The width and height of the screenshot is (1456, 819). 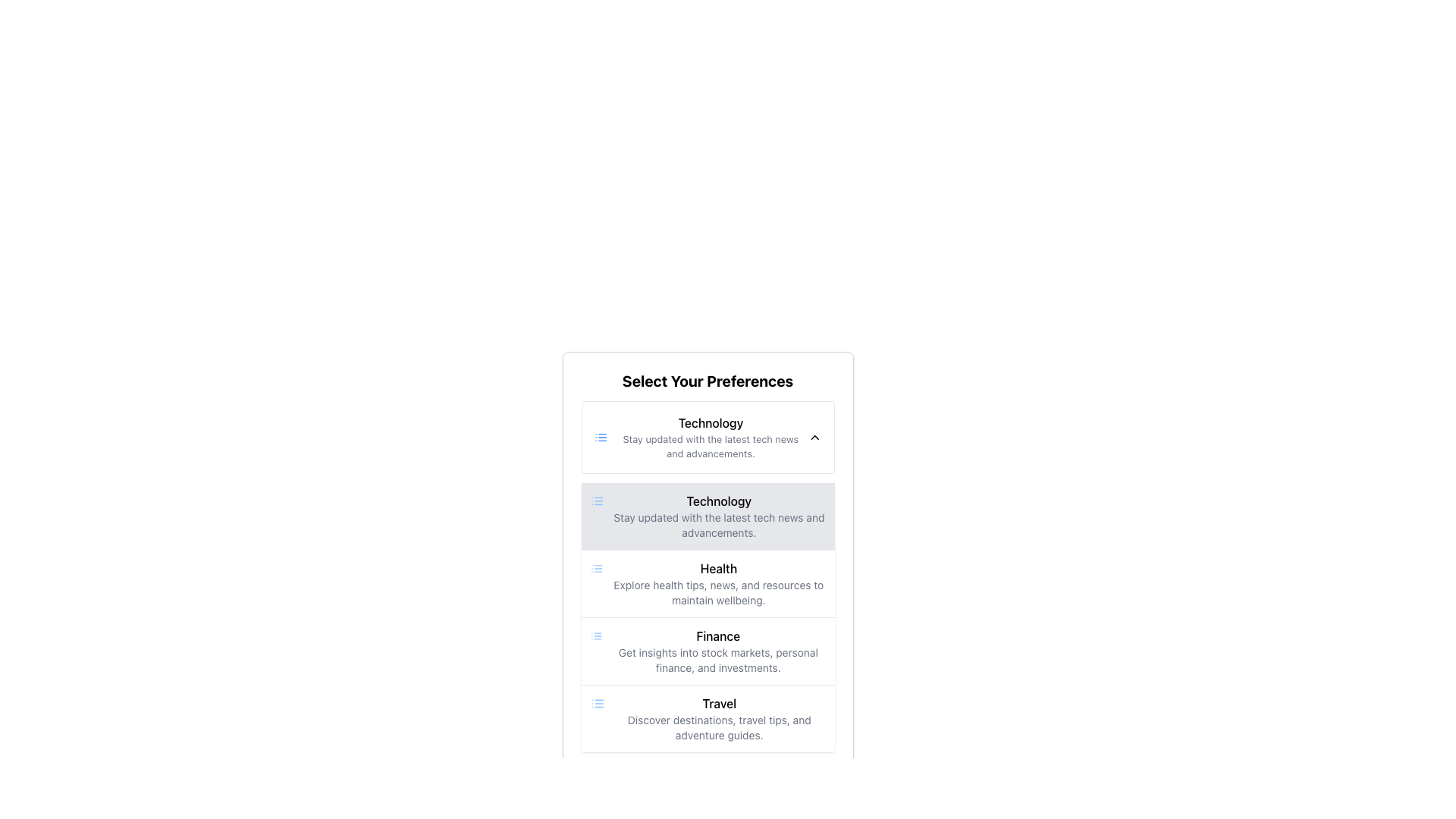 What do you see at coordinates (717, 651) in the screenshot?
I see `the third item in the vertical list related to finance topics, which is located below the 'Health' section and above the 'Travel' section` at bounding box center [717, 651].